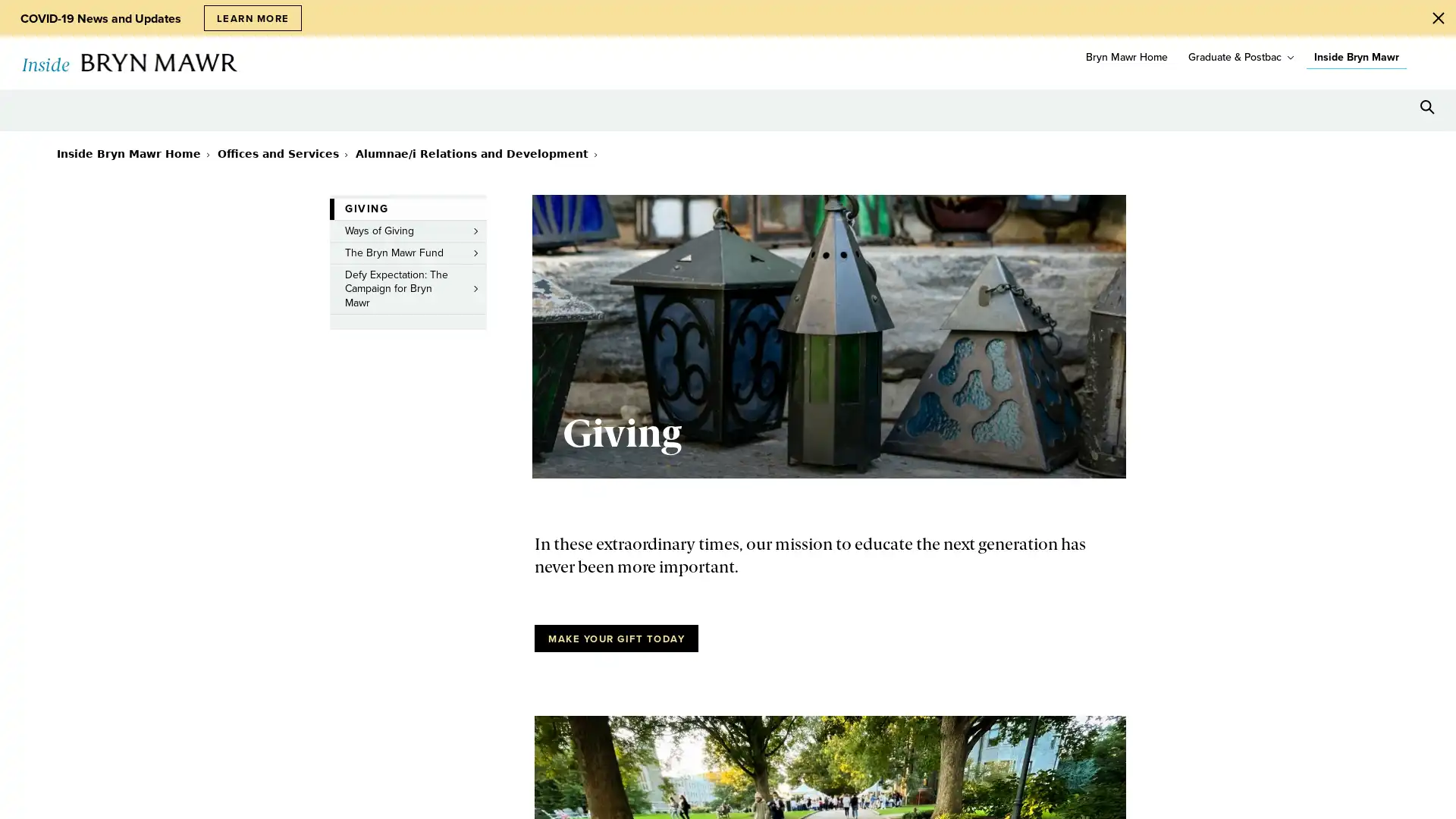 This screenshot has height=819, width=1456. What do you see at coordinates (680, 99) in the screenshot?
I see `toggle submenu` at bounding box center [680, 99].